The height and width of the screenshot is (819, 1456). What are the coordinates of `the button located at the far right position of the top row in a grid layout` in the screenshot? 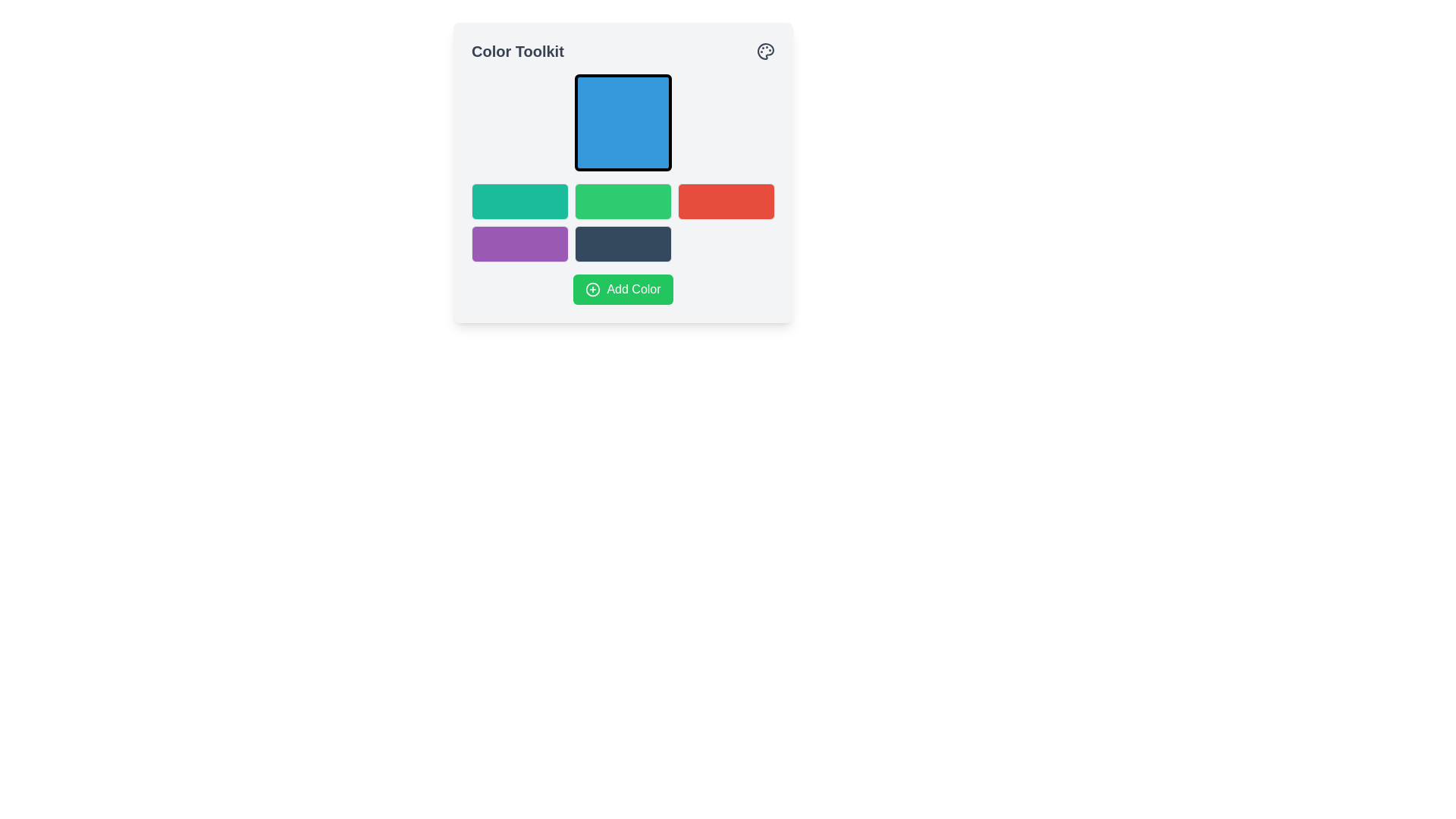 It's located at (726, 201).